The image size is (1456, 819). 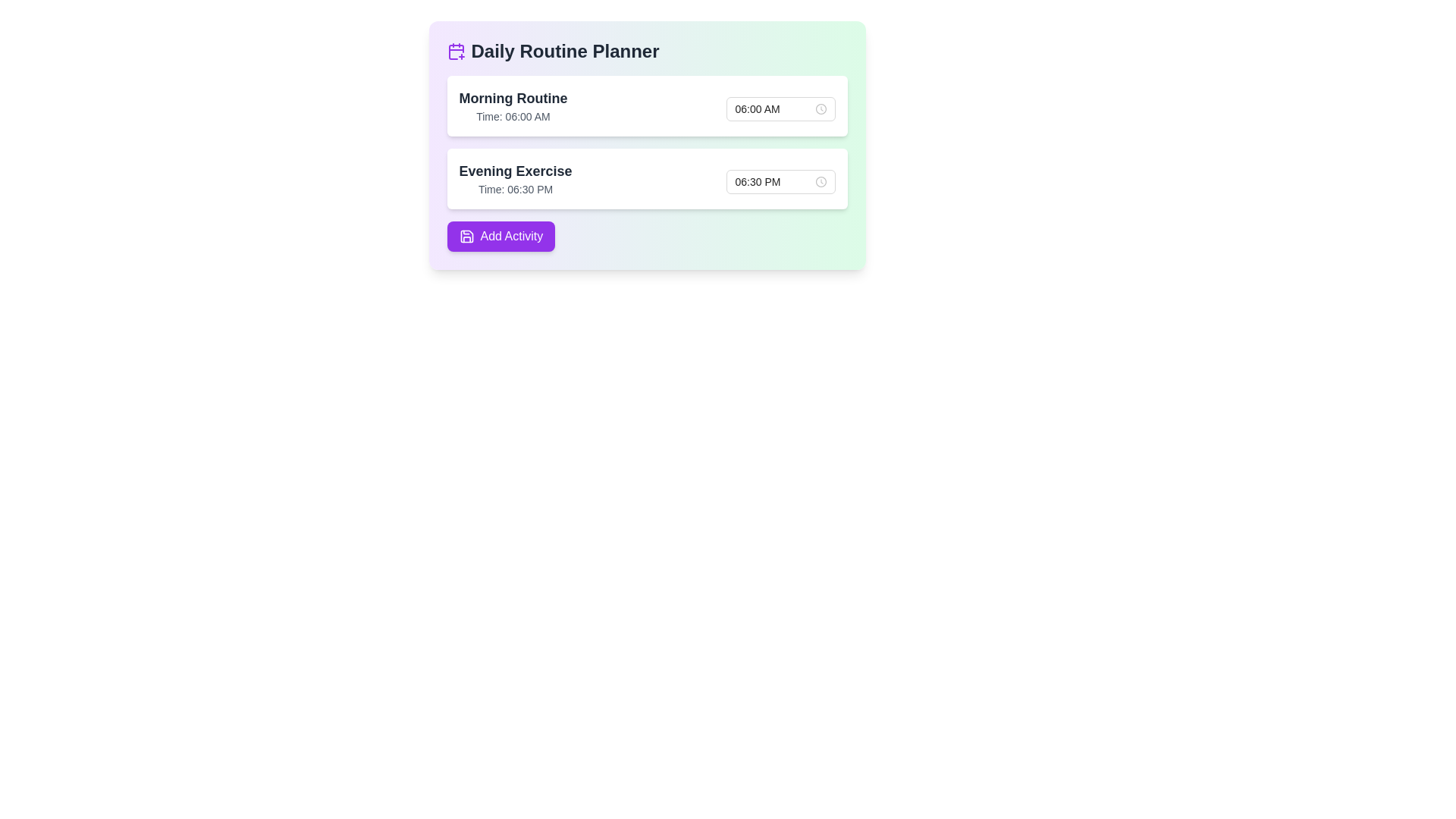 I want to click on the Time picker input field located within the 'Evening Exercise' card to interact and select the displayed time of '06:30 PM', so click(x=780, y=180).